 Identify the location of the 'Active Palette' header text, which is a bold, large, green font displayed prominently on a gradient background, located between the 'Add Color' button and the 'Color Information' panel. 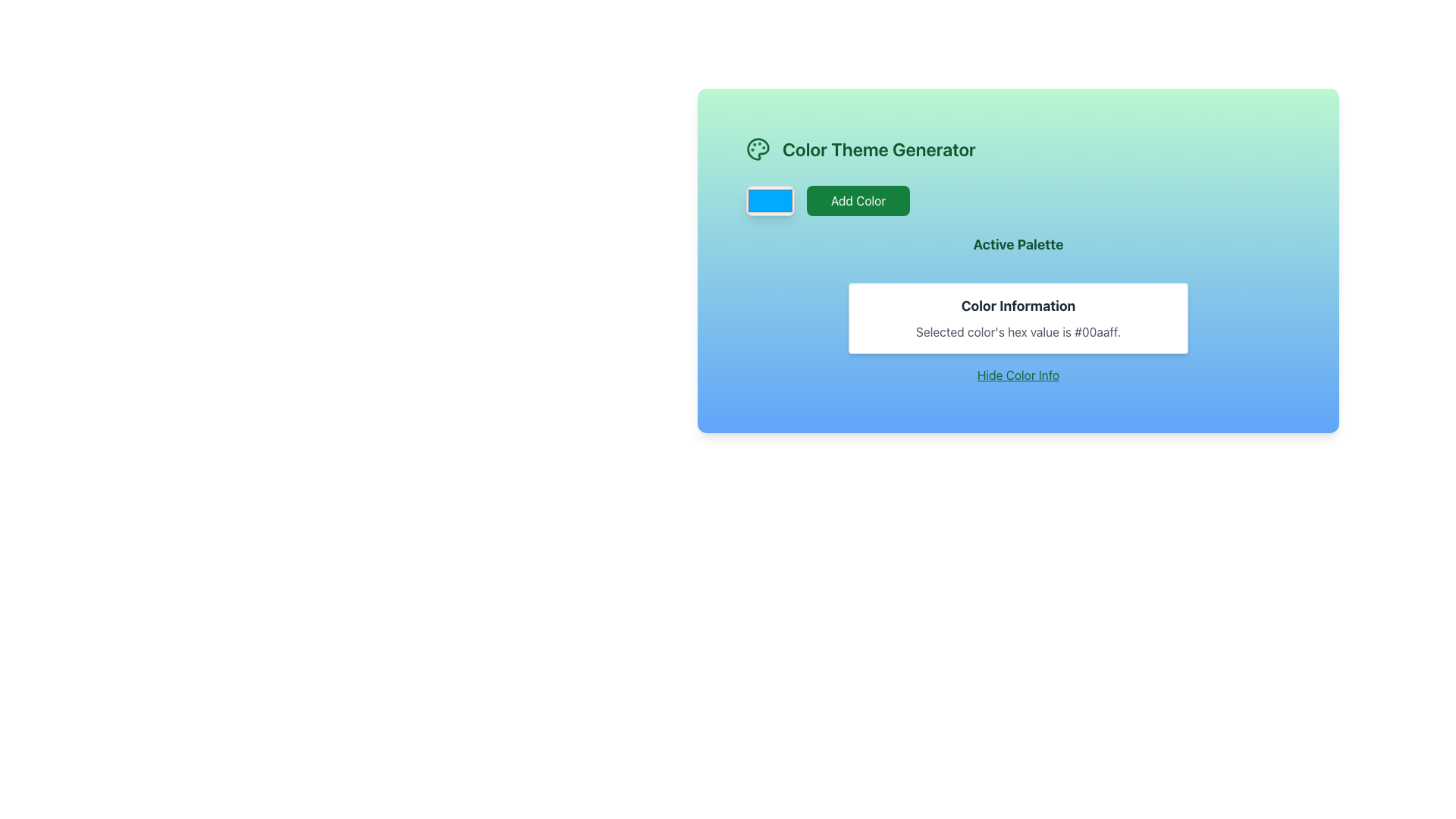
(1018, 244).